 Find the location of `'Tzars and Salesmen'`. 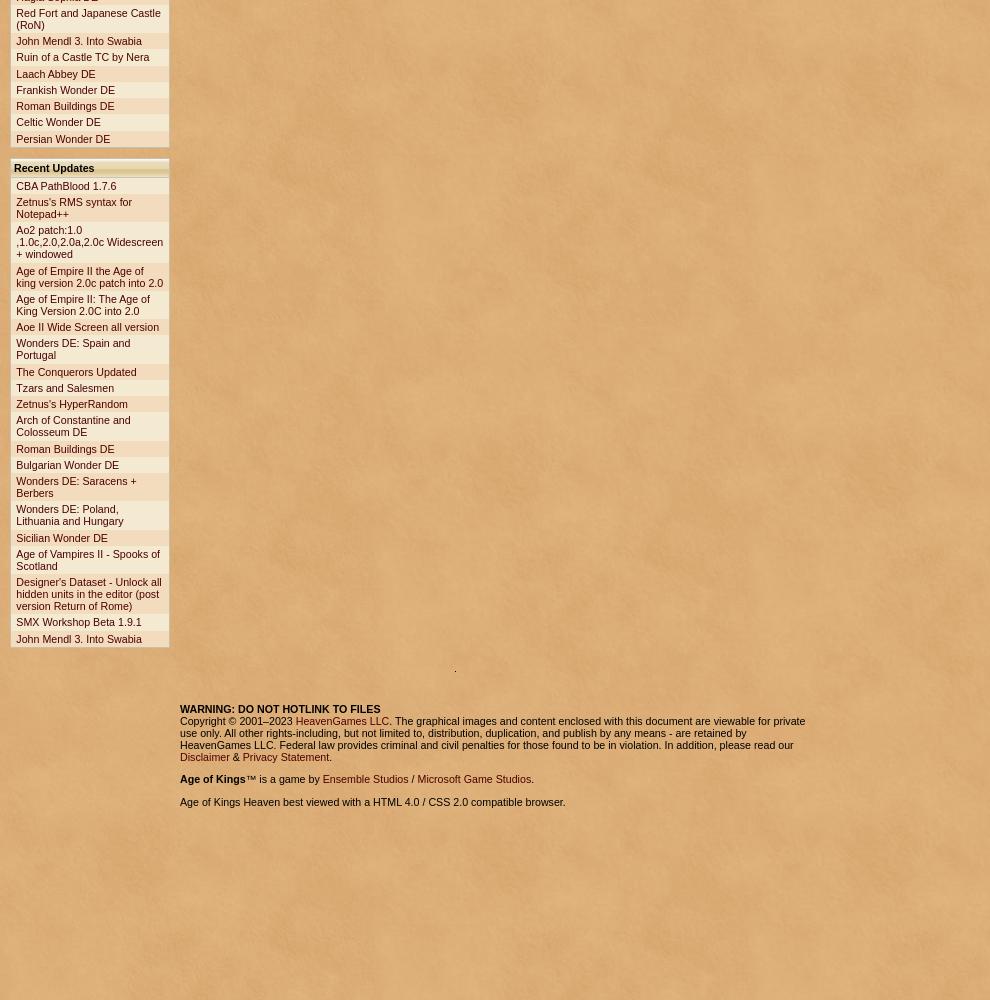

'Tzars and Salesmen' is located at coordinates (65, 387).